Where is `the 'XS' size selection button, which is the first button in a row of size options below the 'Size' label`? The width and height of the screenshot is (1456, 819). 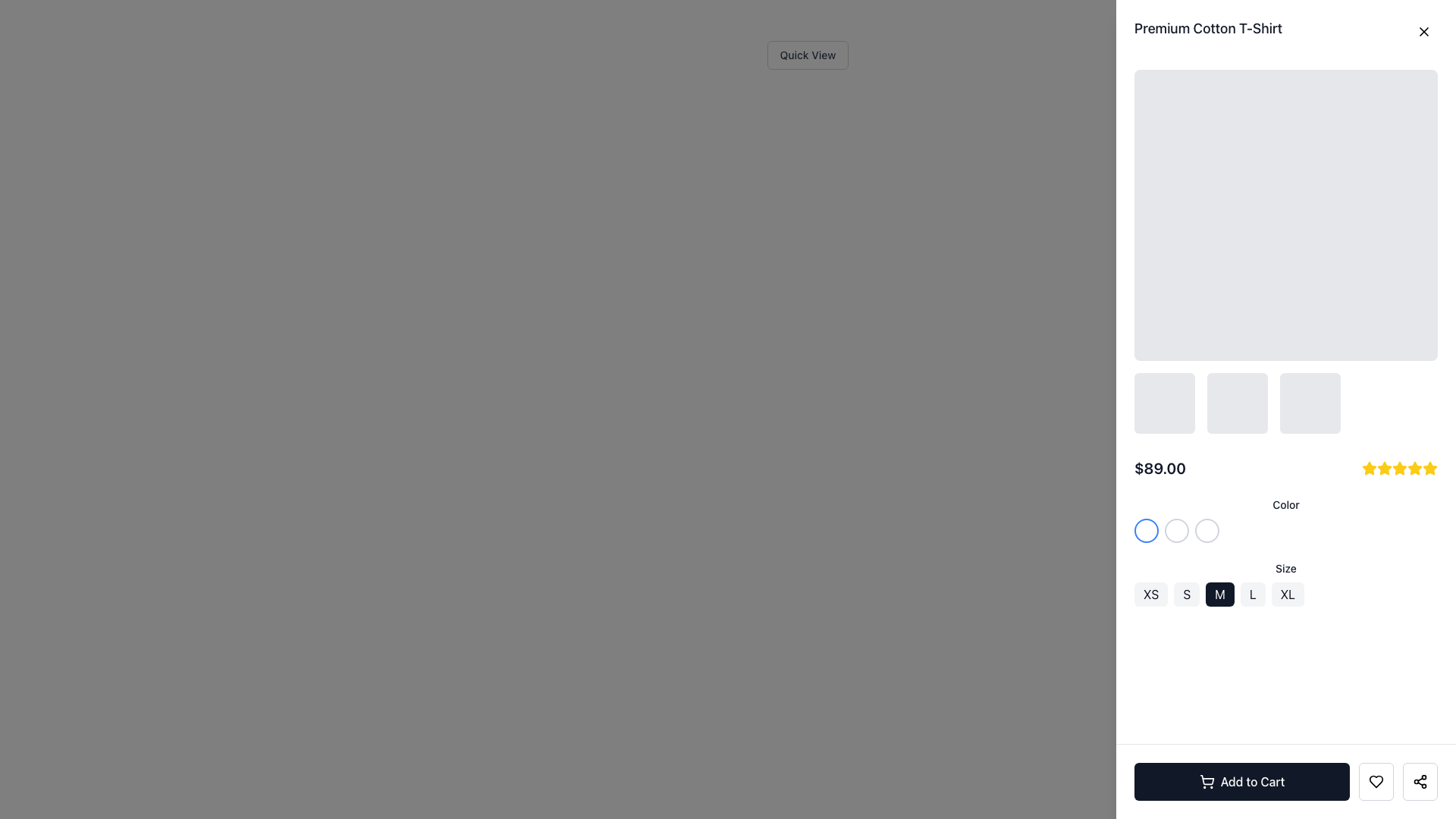 the 'XS' size selection button, which is the first button in a row of size options below the 'Size' label is located at coordinates (1151, 593).